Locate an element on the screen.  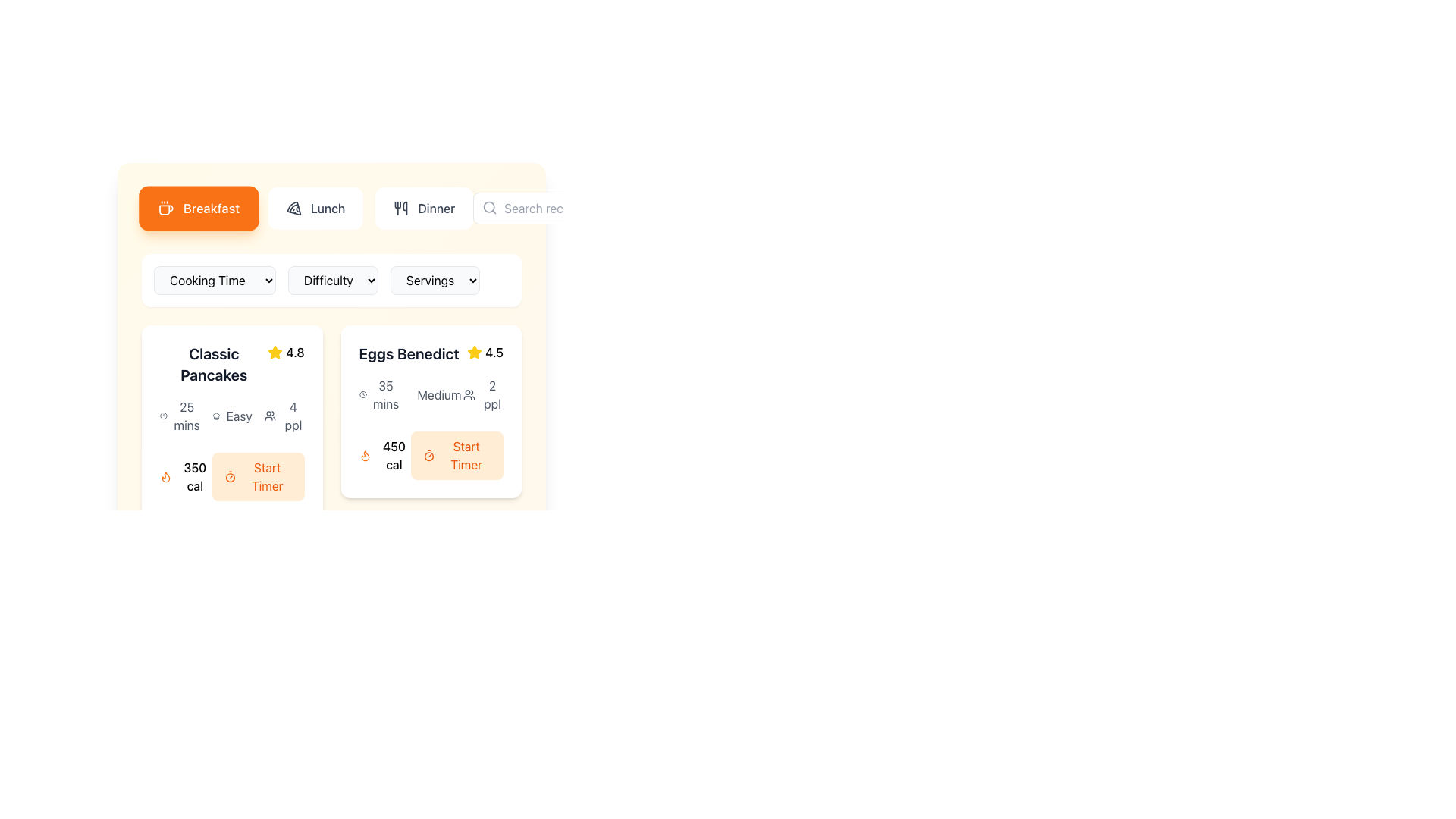
the Text label displaying the serving size for the recipe, which indicates that it serves four people, located in the card interface under the 'Classic Pancakes' section is located at coordinates (293, 416).